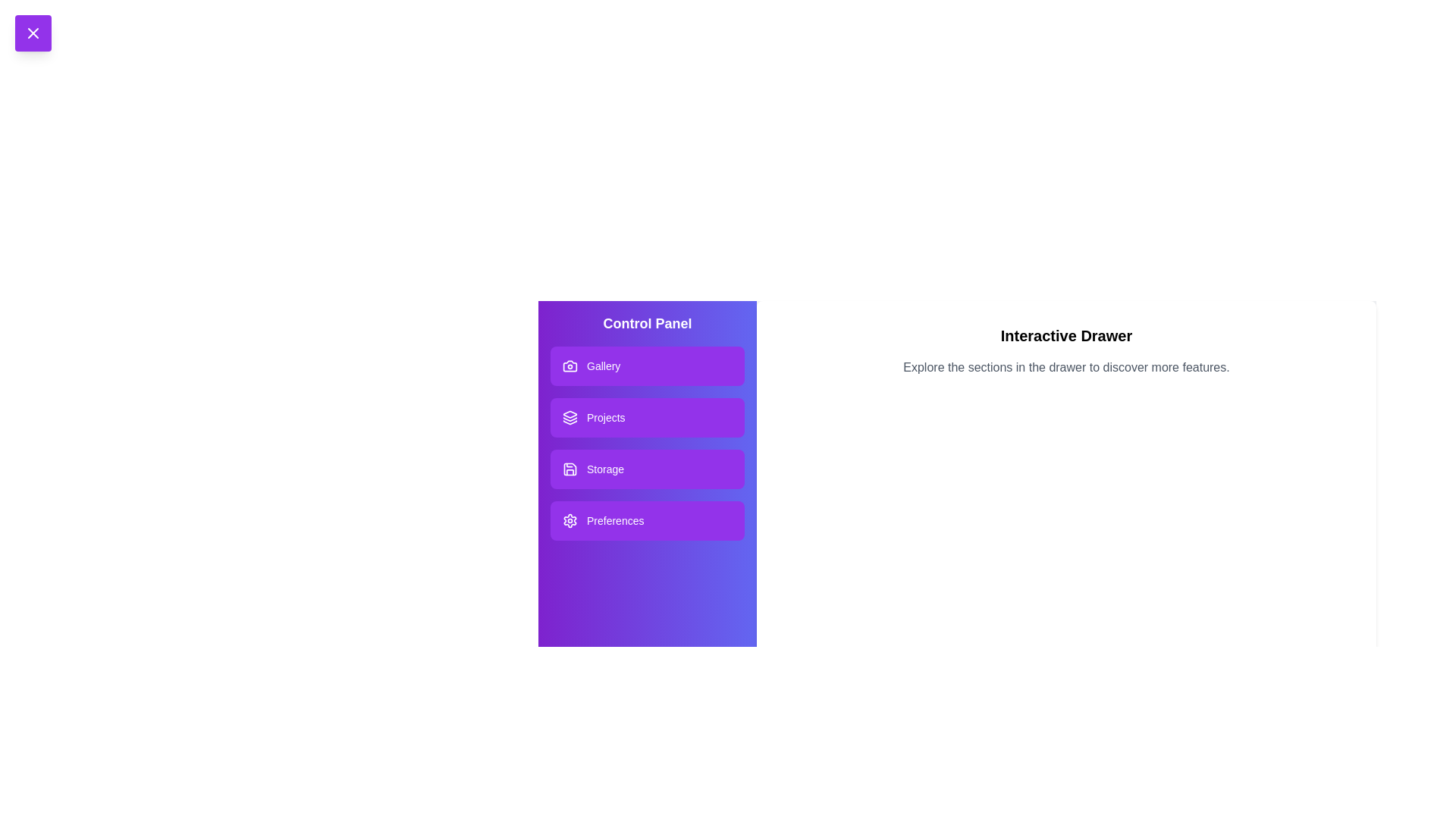  Describe the element at coordinates (648, 519) in the screenshot. I see `the 'Preferences' section of the drawer` at that location.